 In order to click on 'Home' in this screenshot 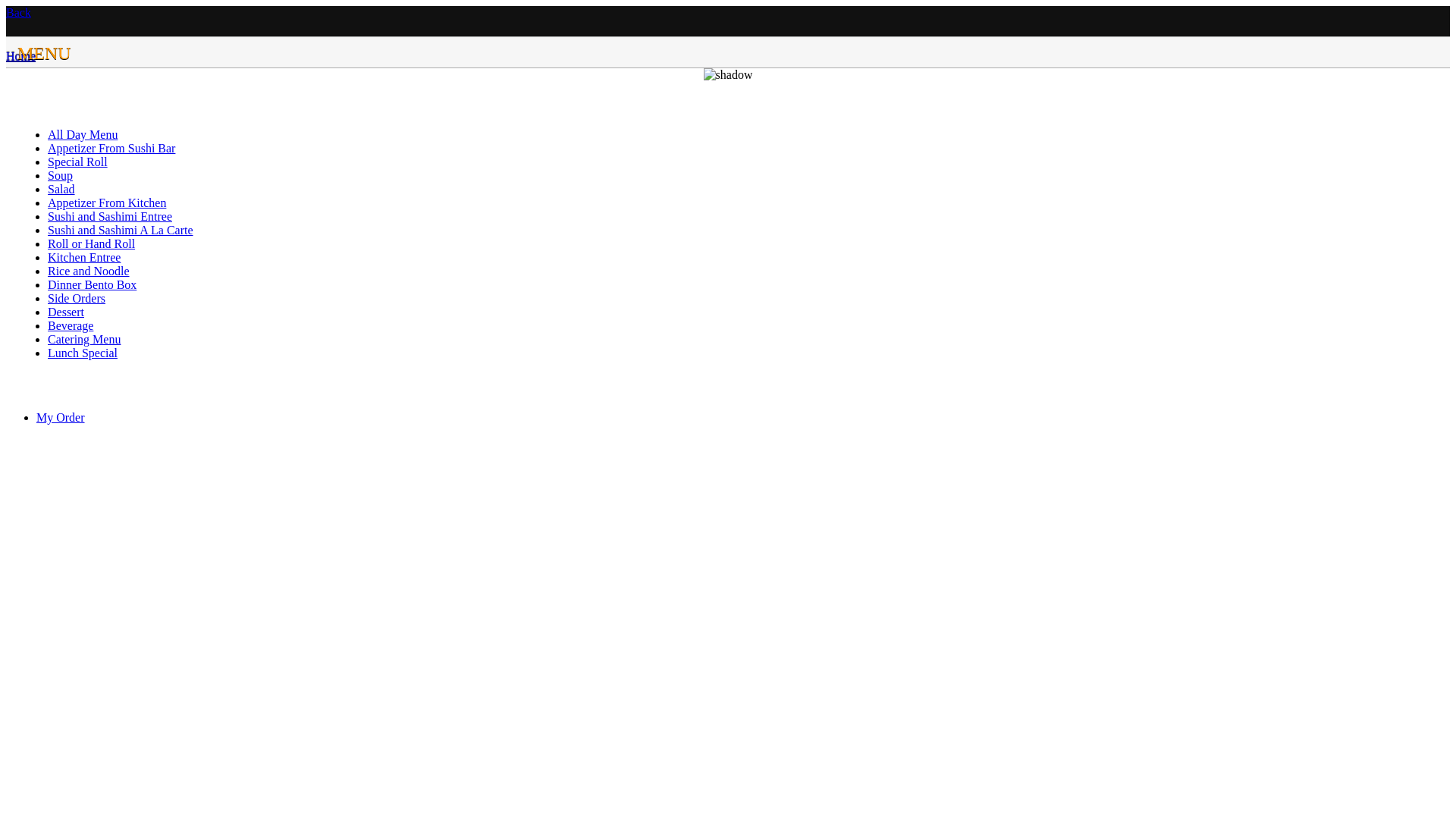, I will do `click(6, 55)`.